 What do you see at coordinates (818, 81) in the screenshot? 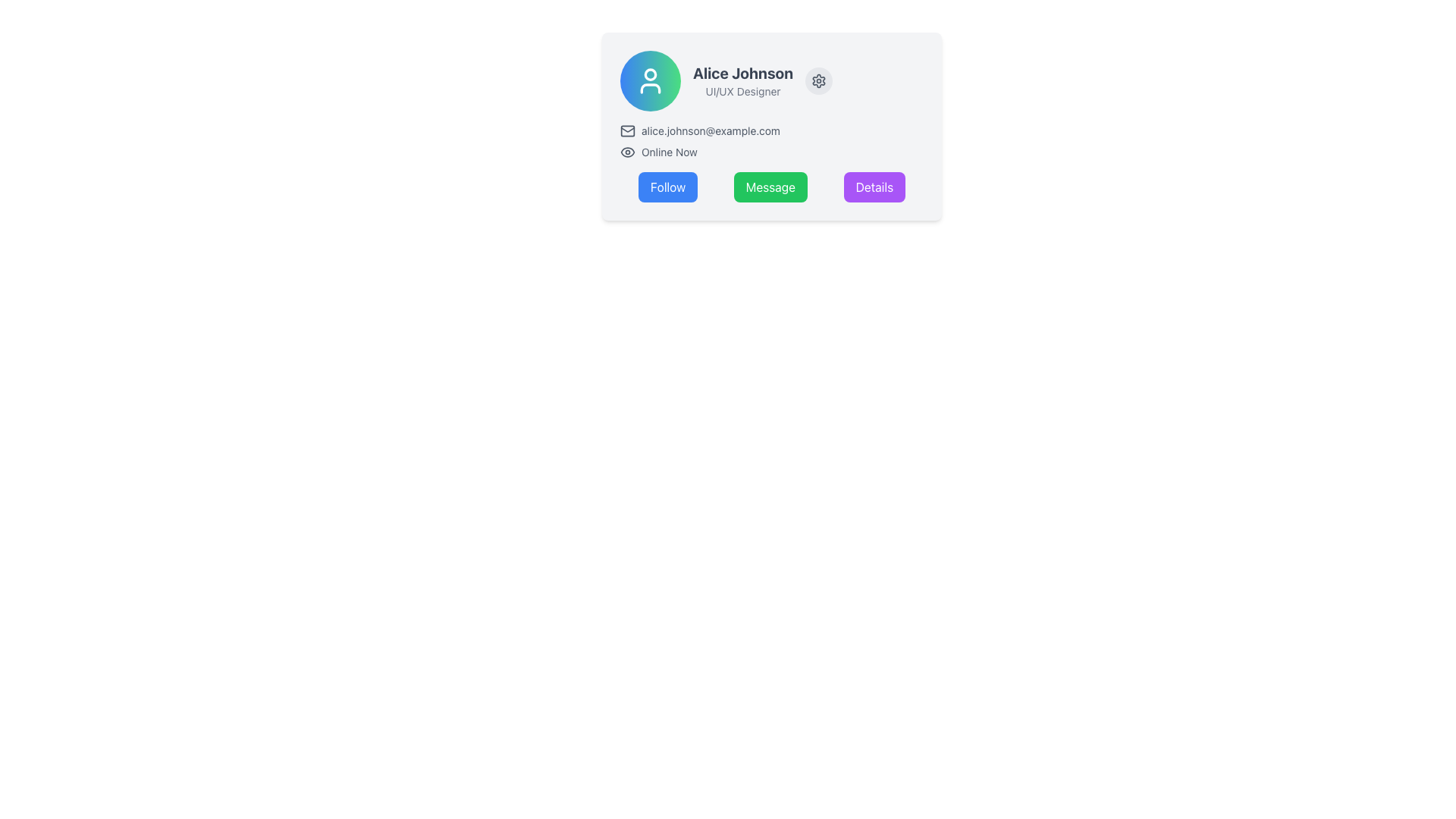
I see `the settings icon located at the top-right corner of the card UI component, adjacent to the name and role text ('Alice Johnson, UI/UX Designer')` at bounding box center [818, 81].